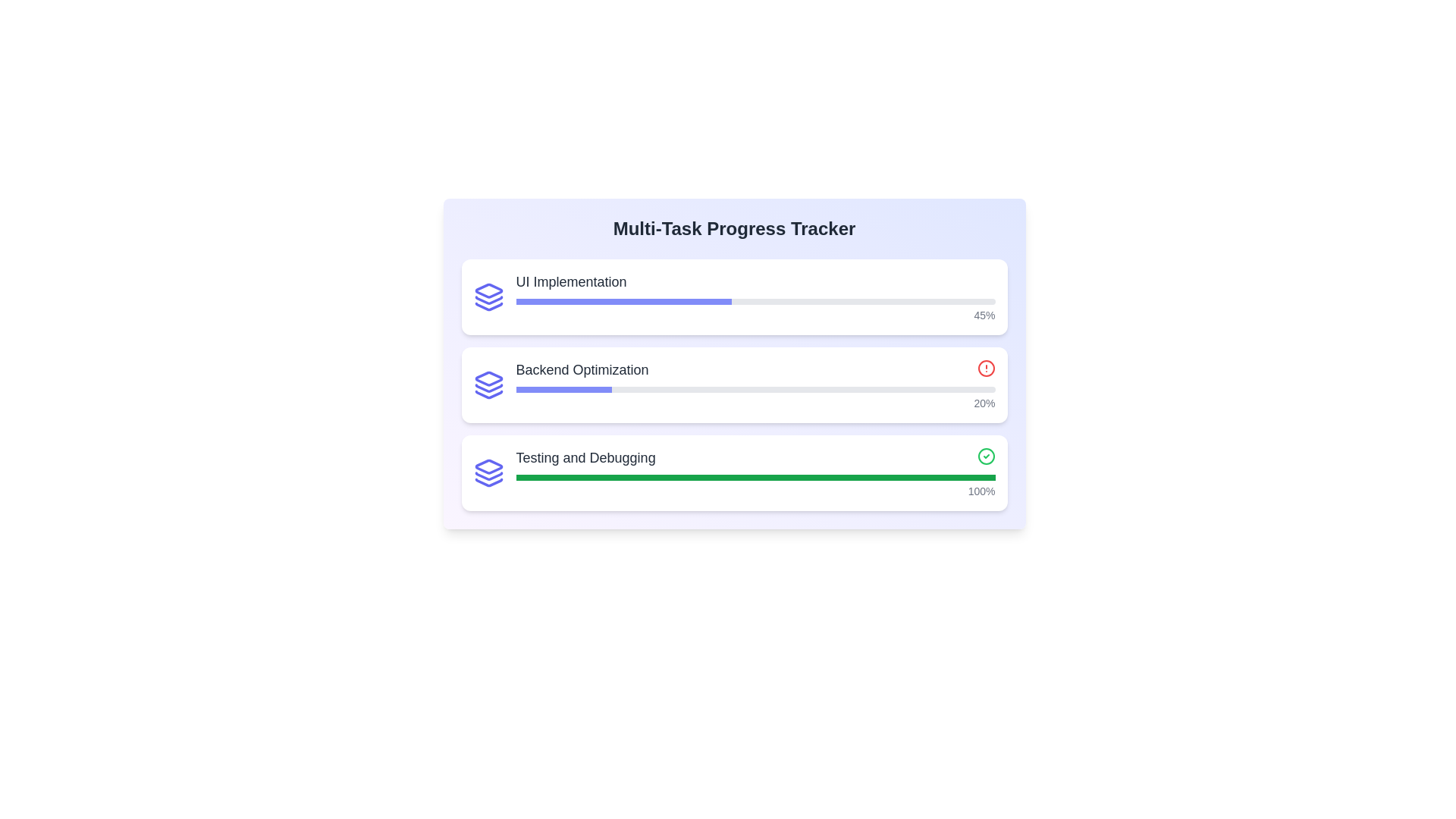 This screenshot has width=1456, height=819. Describe the element at coordinates (488, 388) in the screenshot. I see `the second layer of the stacked icon, which is positioned between the top and bottom layers` at that location.